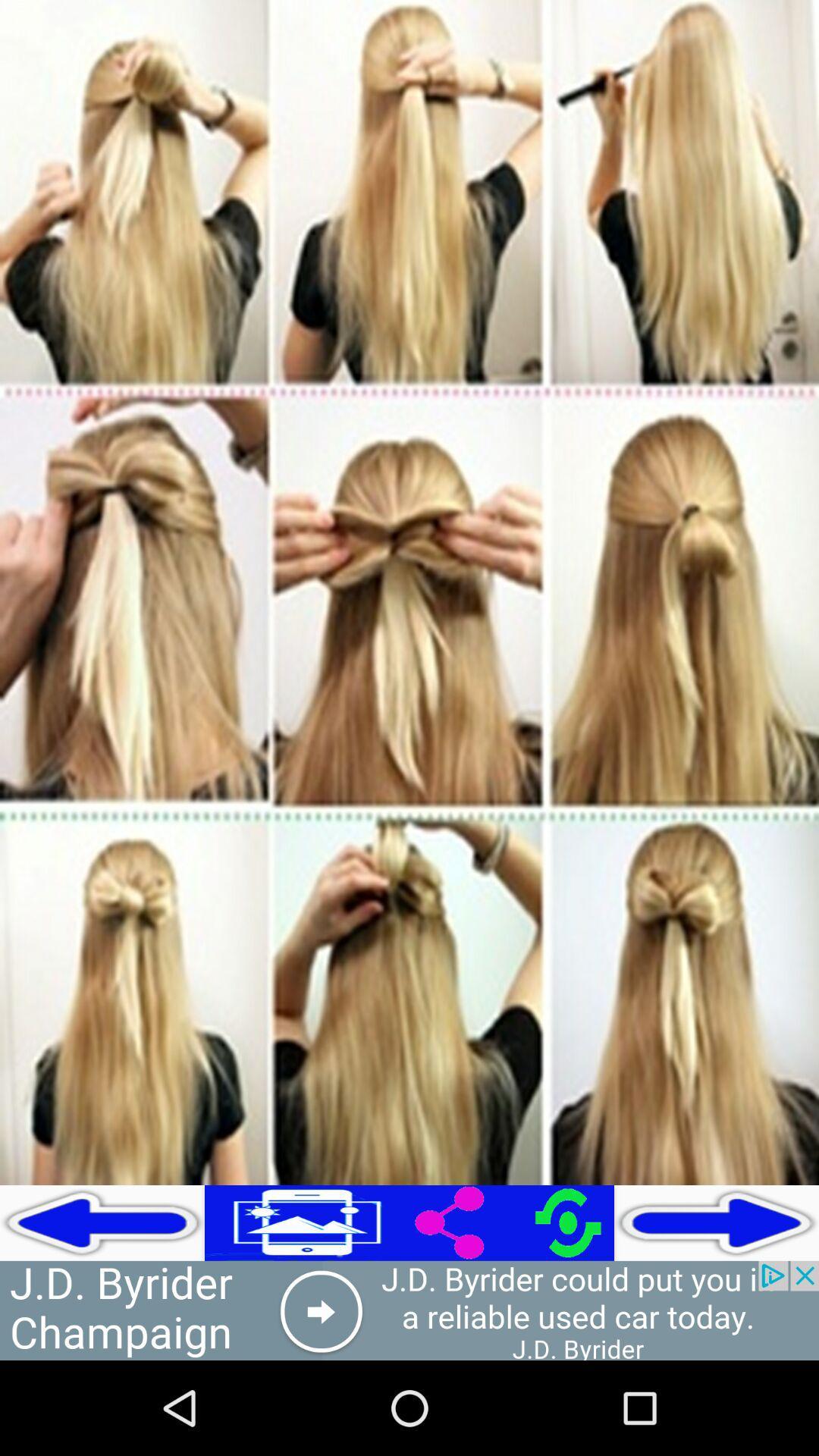  I want to click on back arrow, so click(102, 1222).